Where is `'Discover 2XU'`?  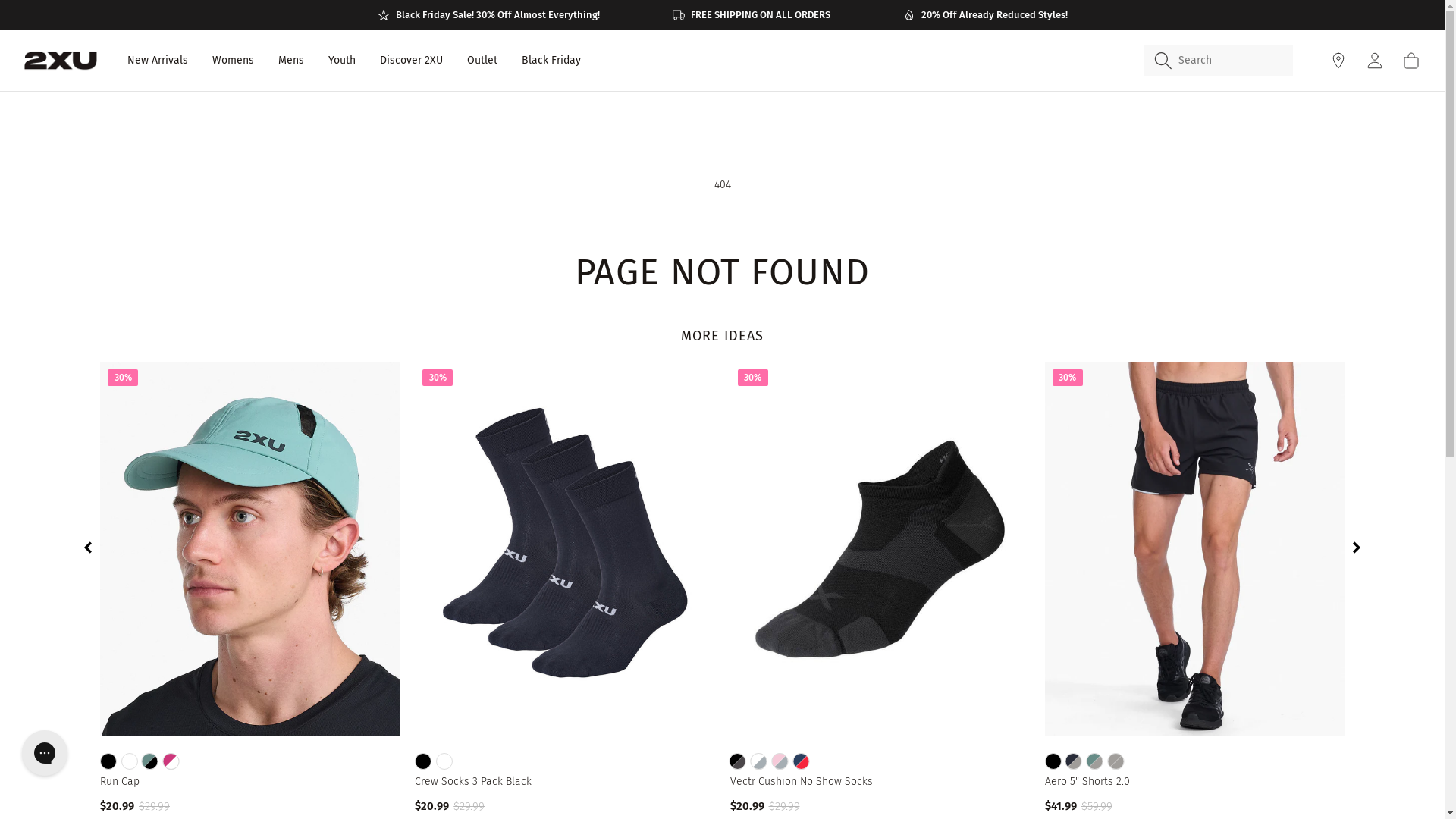 'Discover 2XU' is located at coordinates (411, 60).